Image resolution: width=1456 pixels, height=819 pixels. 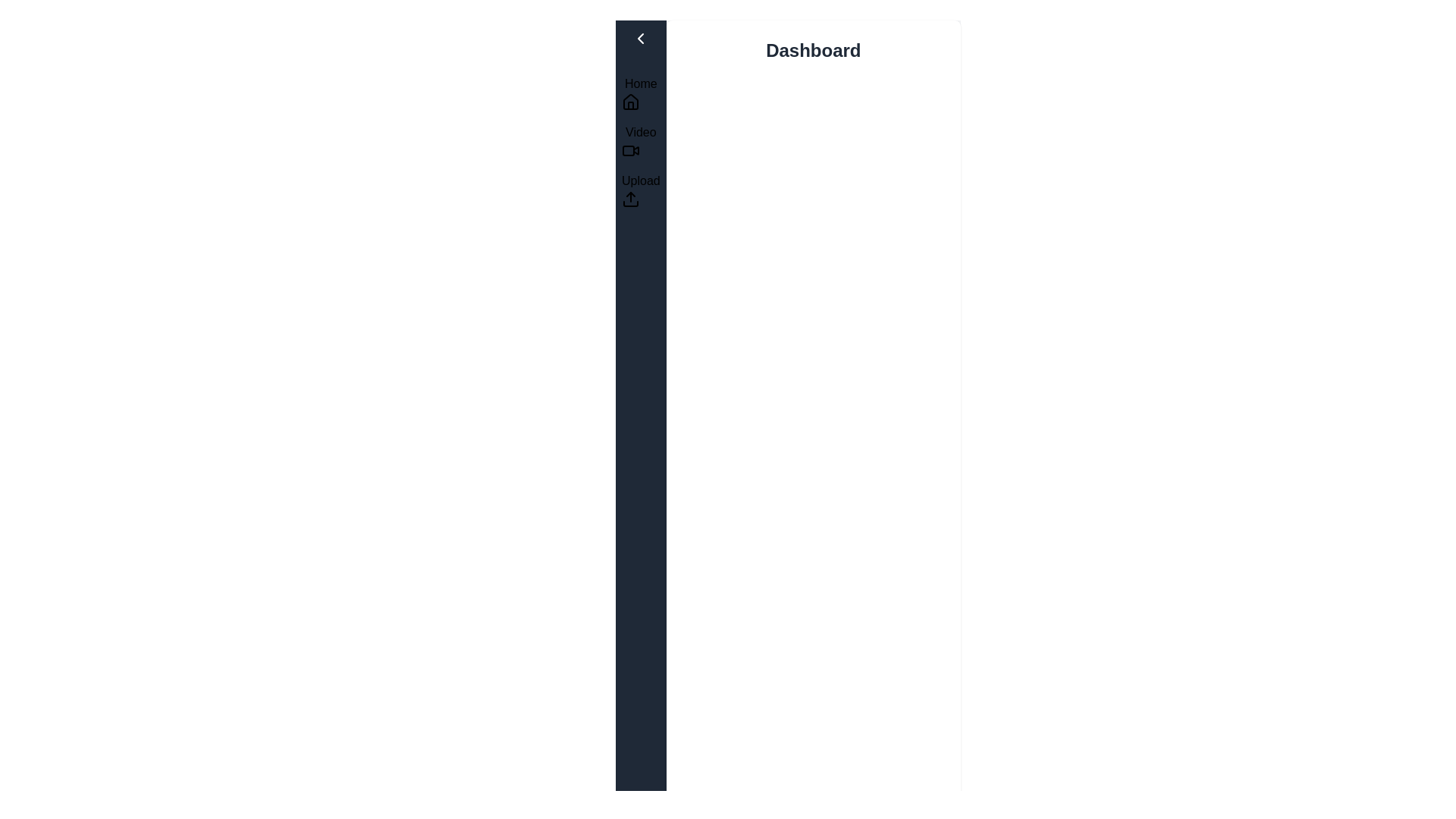 What do you see at coordinates (630, 151) in the screenshot?
I see `the video camera icon button located in the sidebar navigation` at bounding box center [630, 151].